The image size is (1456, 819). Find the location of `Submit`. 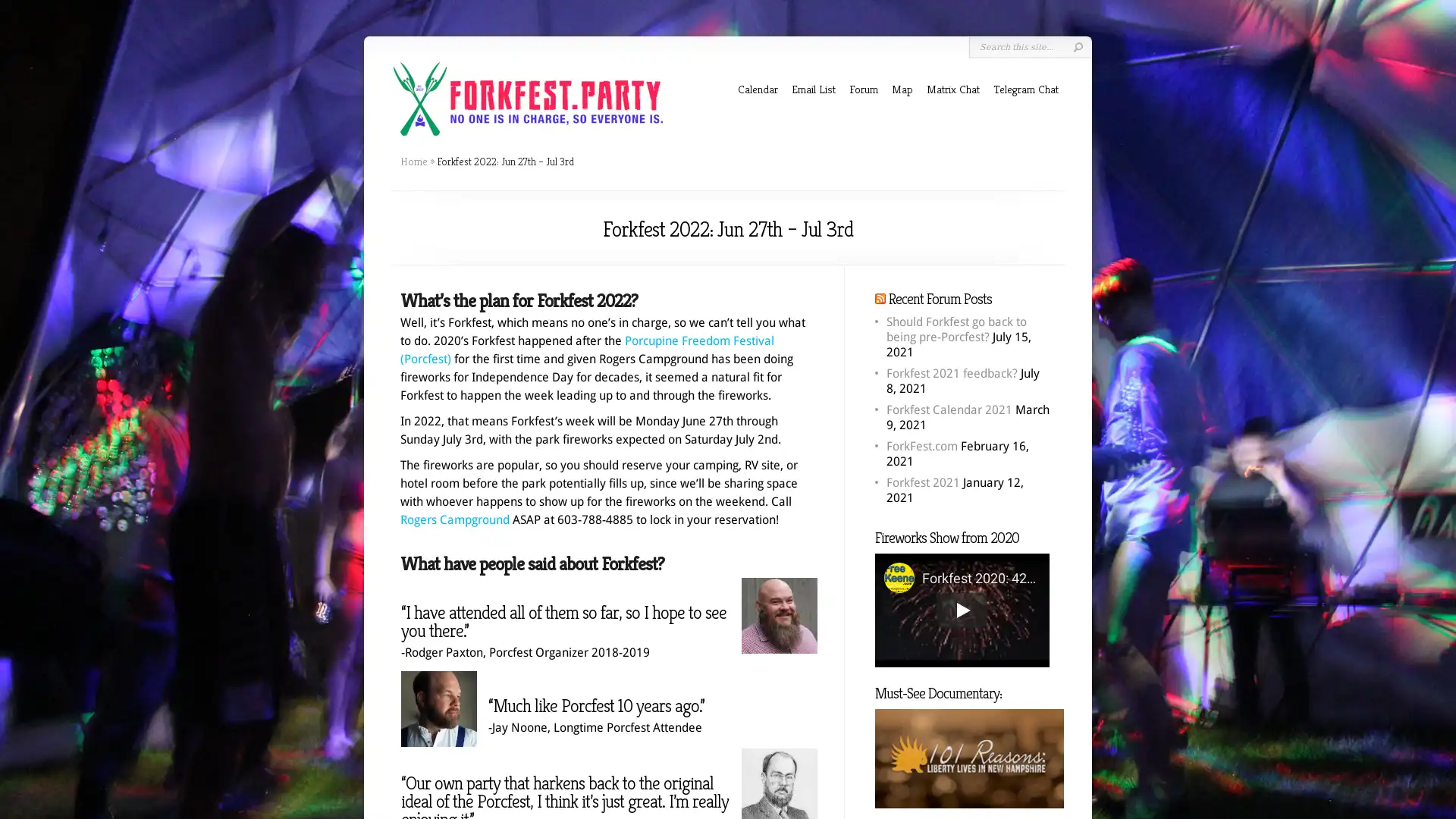

Submit is located at coordinates (1077, 46).